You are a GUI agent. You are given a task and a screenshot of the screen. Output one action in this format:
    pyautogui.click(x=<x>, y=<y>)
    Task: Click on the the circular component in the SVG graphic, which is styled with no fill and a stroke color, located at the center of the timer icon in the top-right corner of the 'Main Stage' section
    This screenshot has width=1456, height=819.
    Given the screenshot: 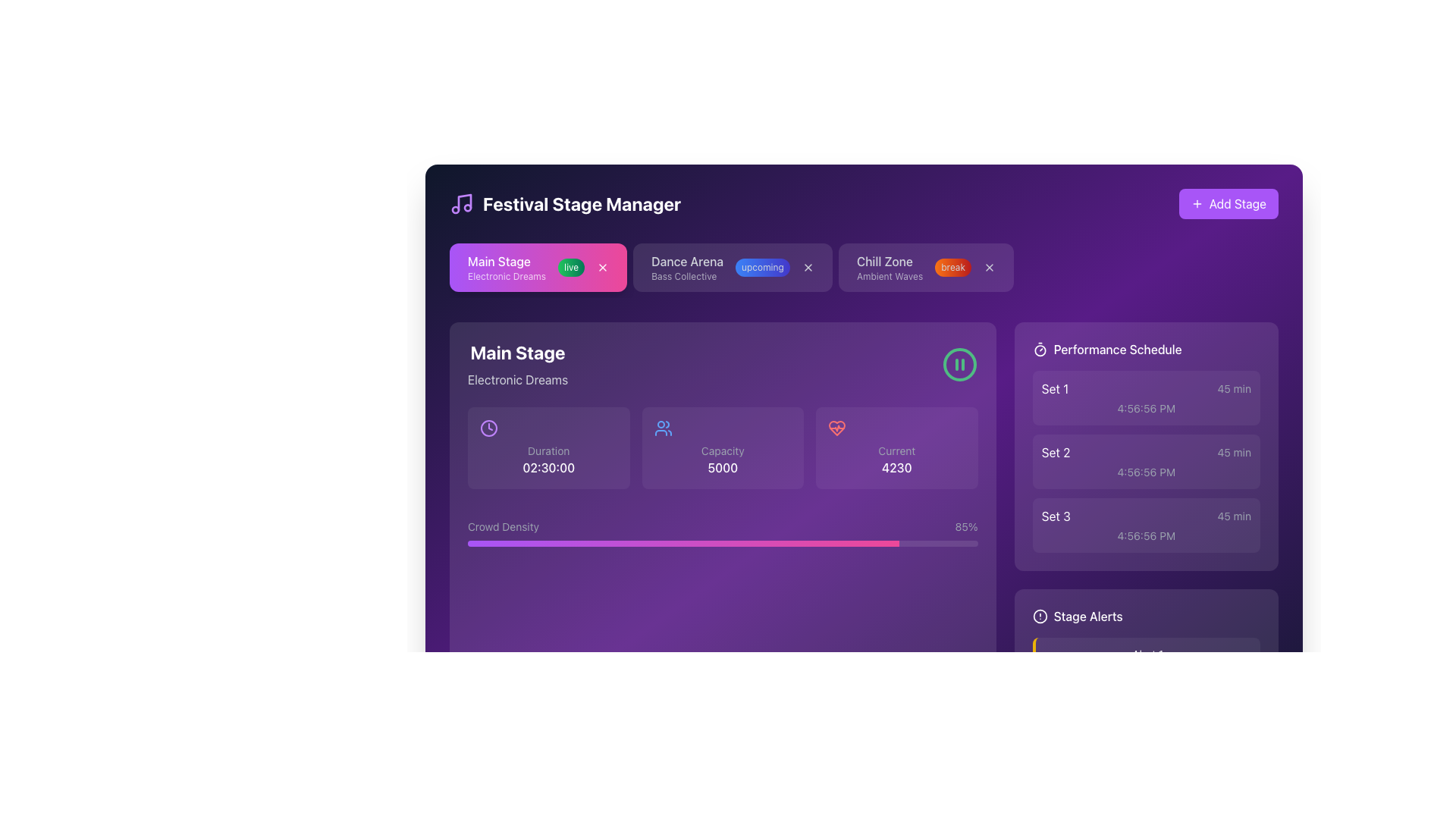 What is the action you would take?
    pyautogui.click(x=1039, y=350)
    